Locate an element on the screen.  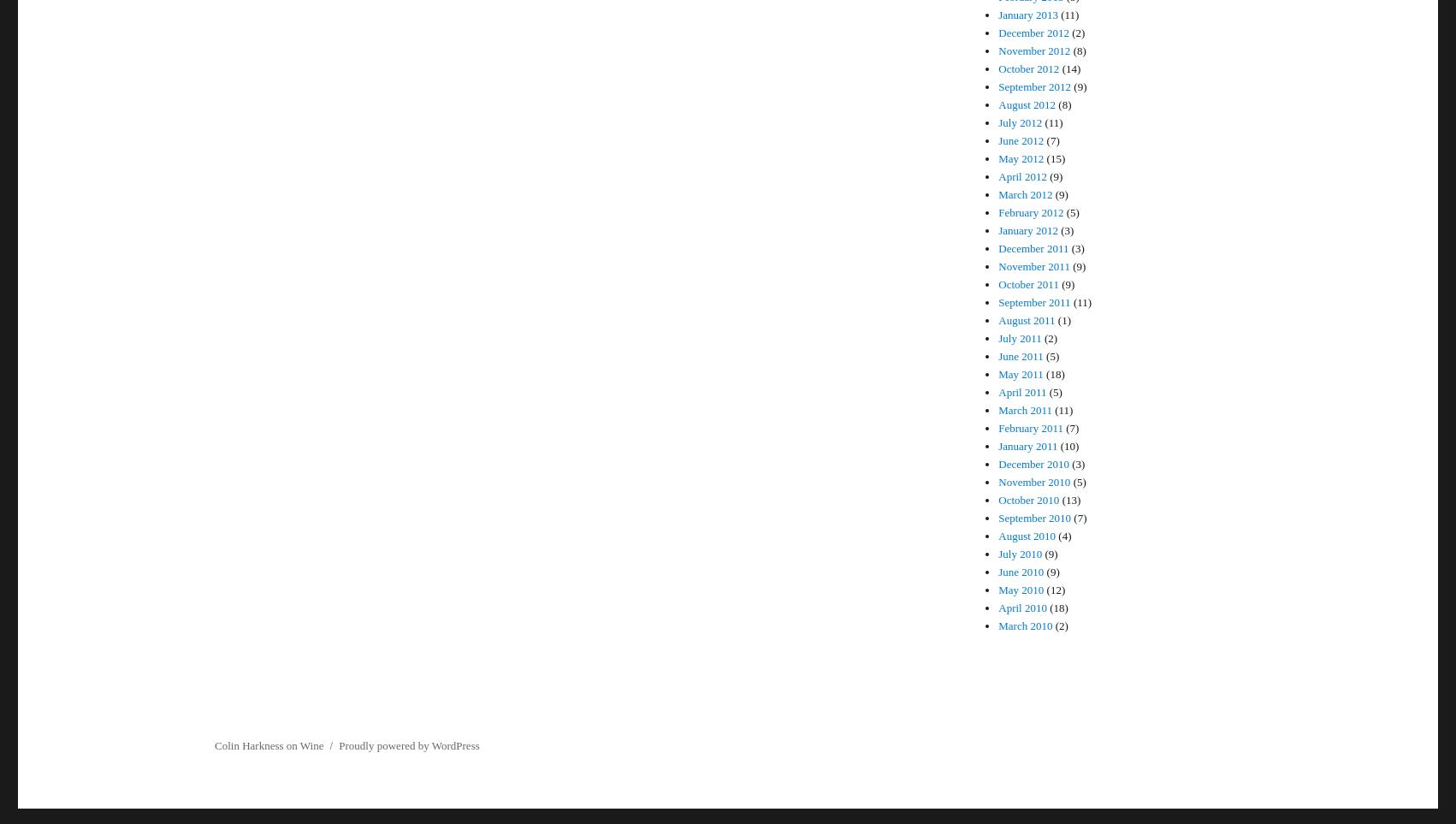
'June 2012' is located at coordinates (998, 140).